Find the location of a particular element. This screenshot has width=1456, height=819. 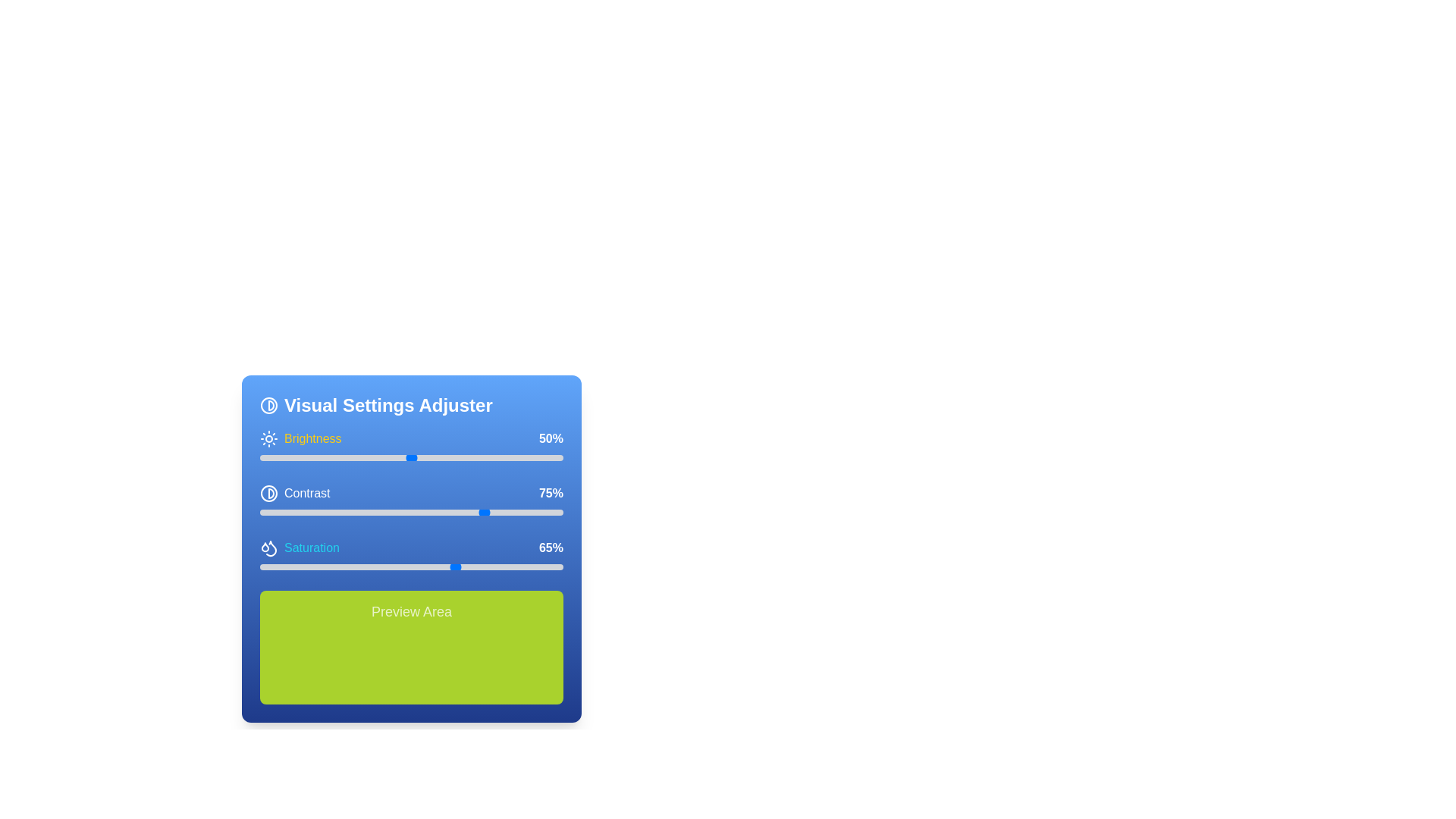

the text label displaying the current brightness value as a percentage, located at the far right of the 'Brightness' control row is located at coordinates (548, 438).